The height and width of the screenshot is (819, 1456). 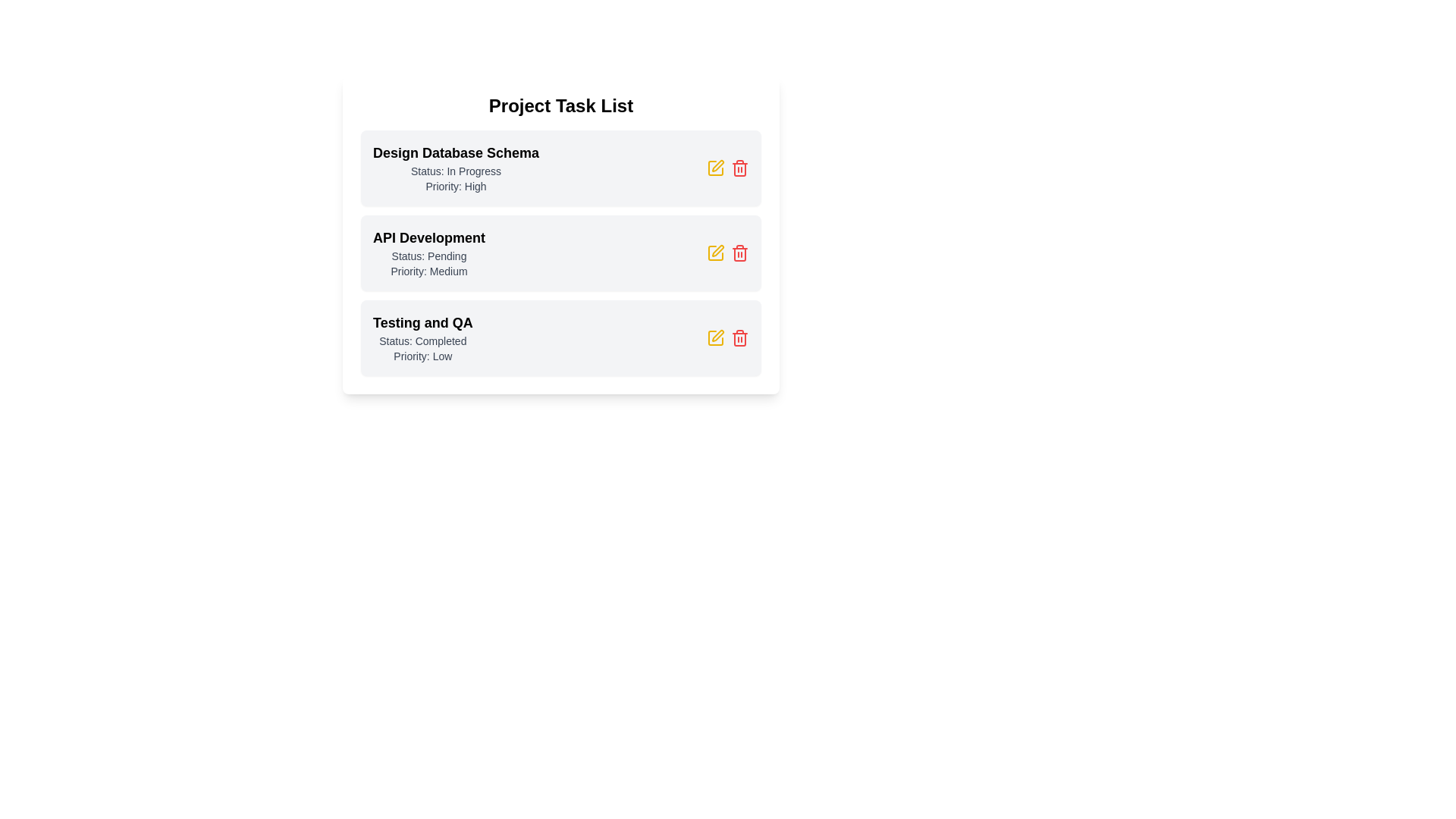 I want to click on trash icon next to the task with the name API Development to delete it, so click(x=739, y=253).